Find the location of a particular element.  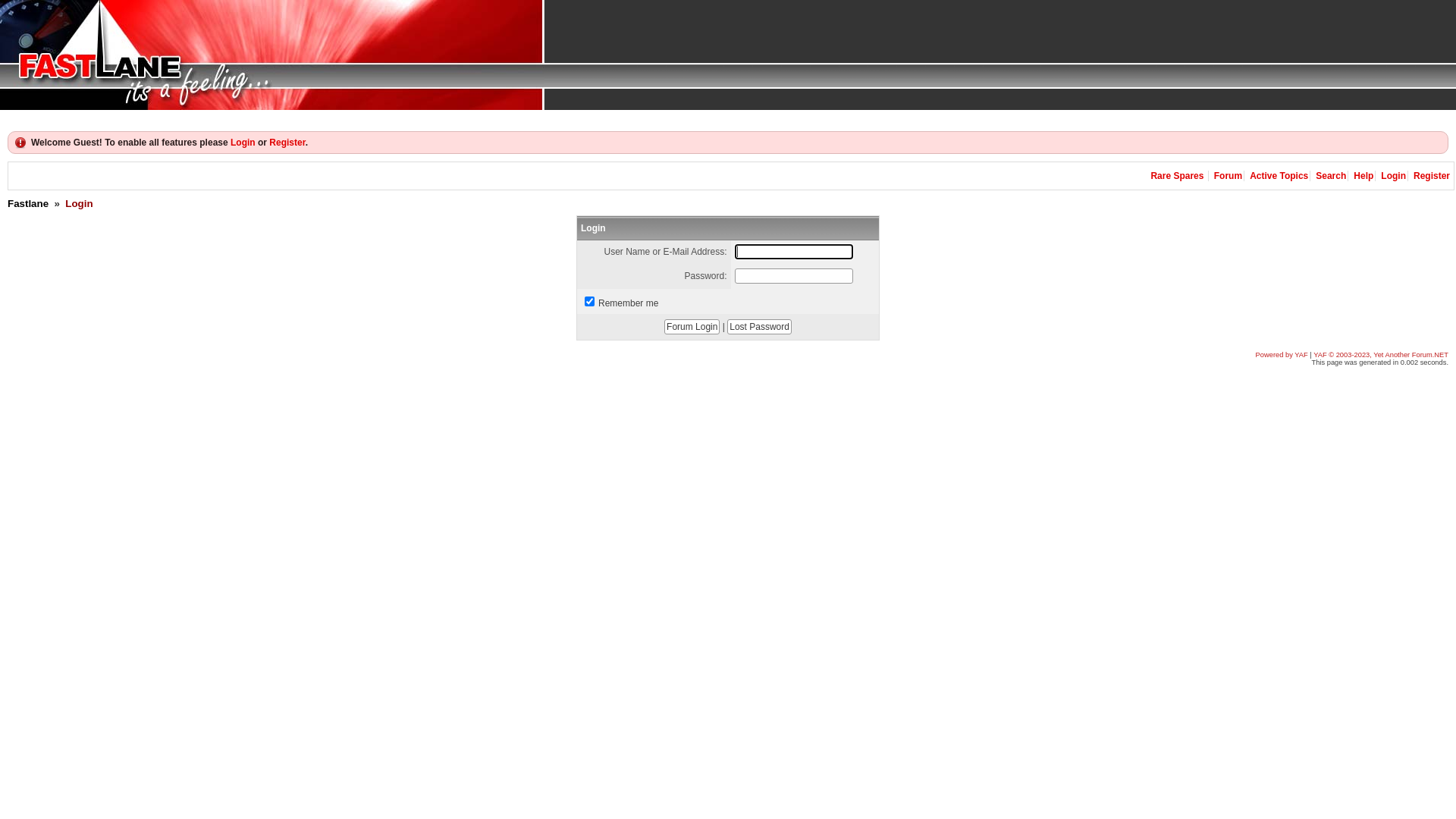

'Rare Spares' is located at coordinates (1175, 174).